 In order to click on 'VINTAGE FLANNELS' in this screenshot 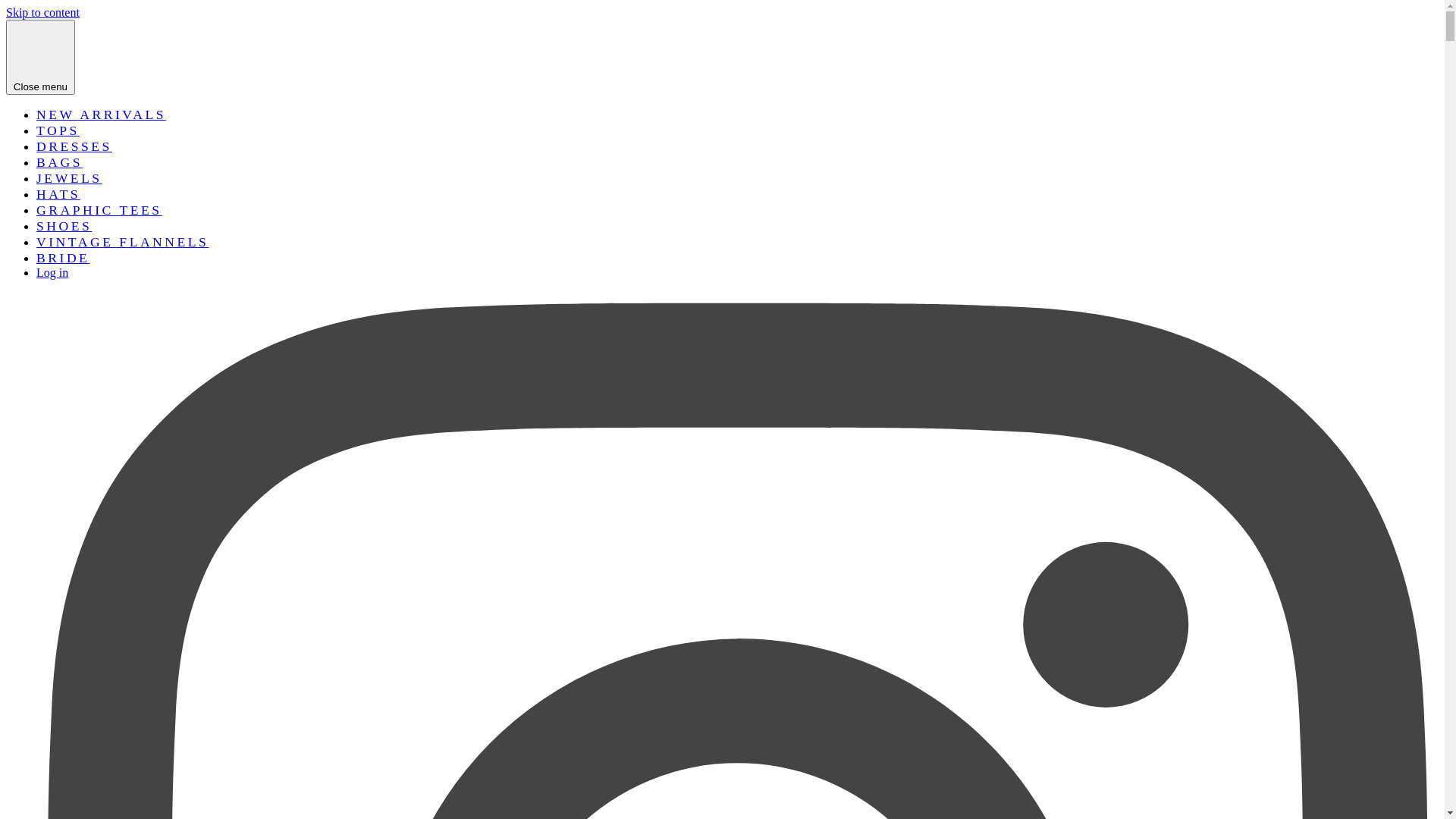, I will do `click(122, 241)`.